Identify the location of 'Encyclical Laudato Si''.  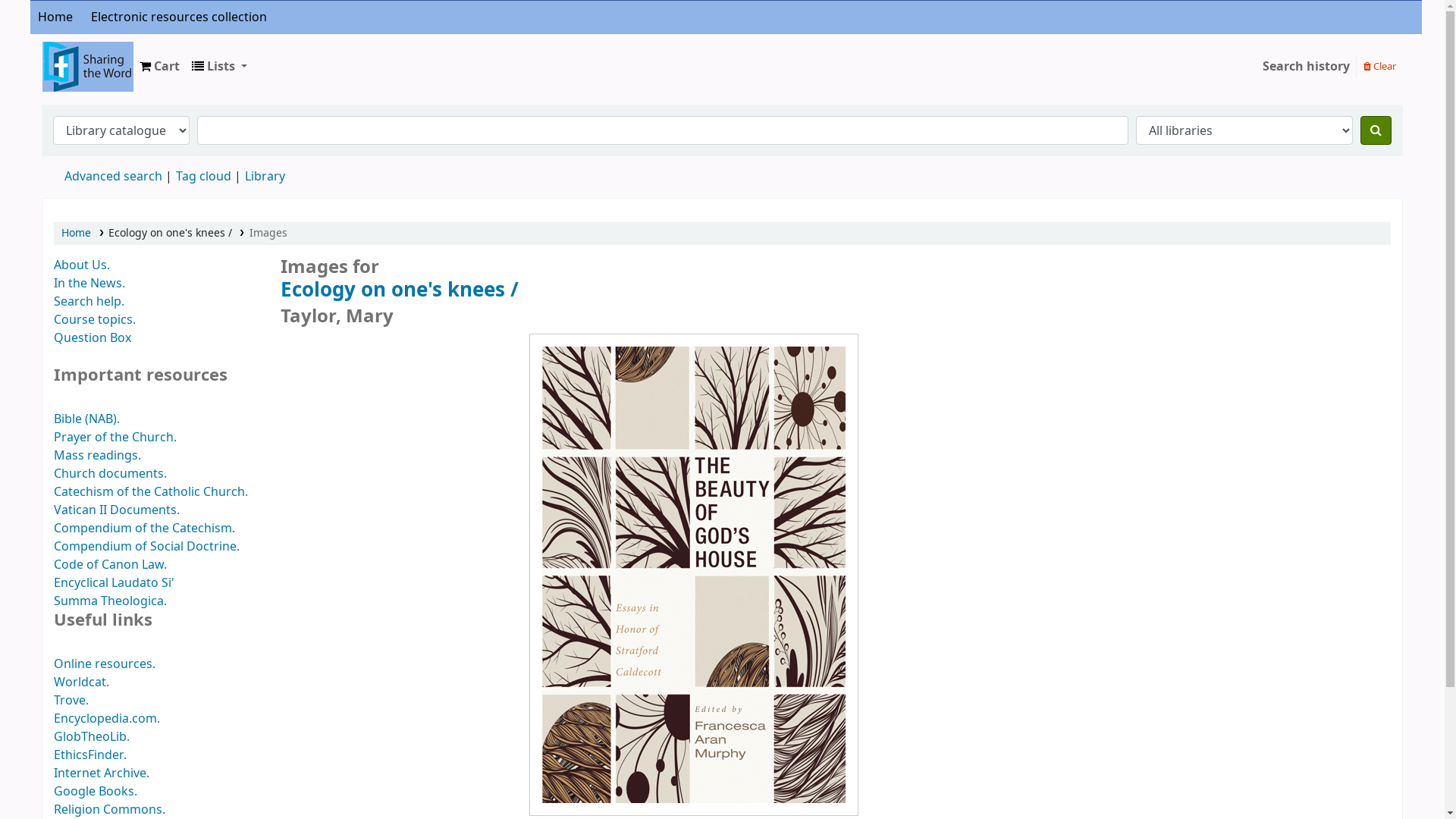
(113, 582).